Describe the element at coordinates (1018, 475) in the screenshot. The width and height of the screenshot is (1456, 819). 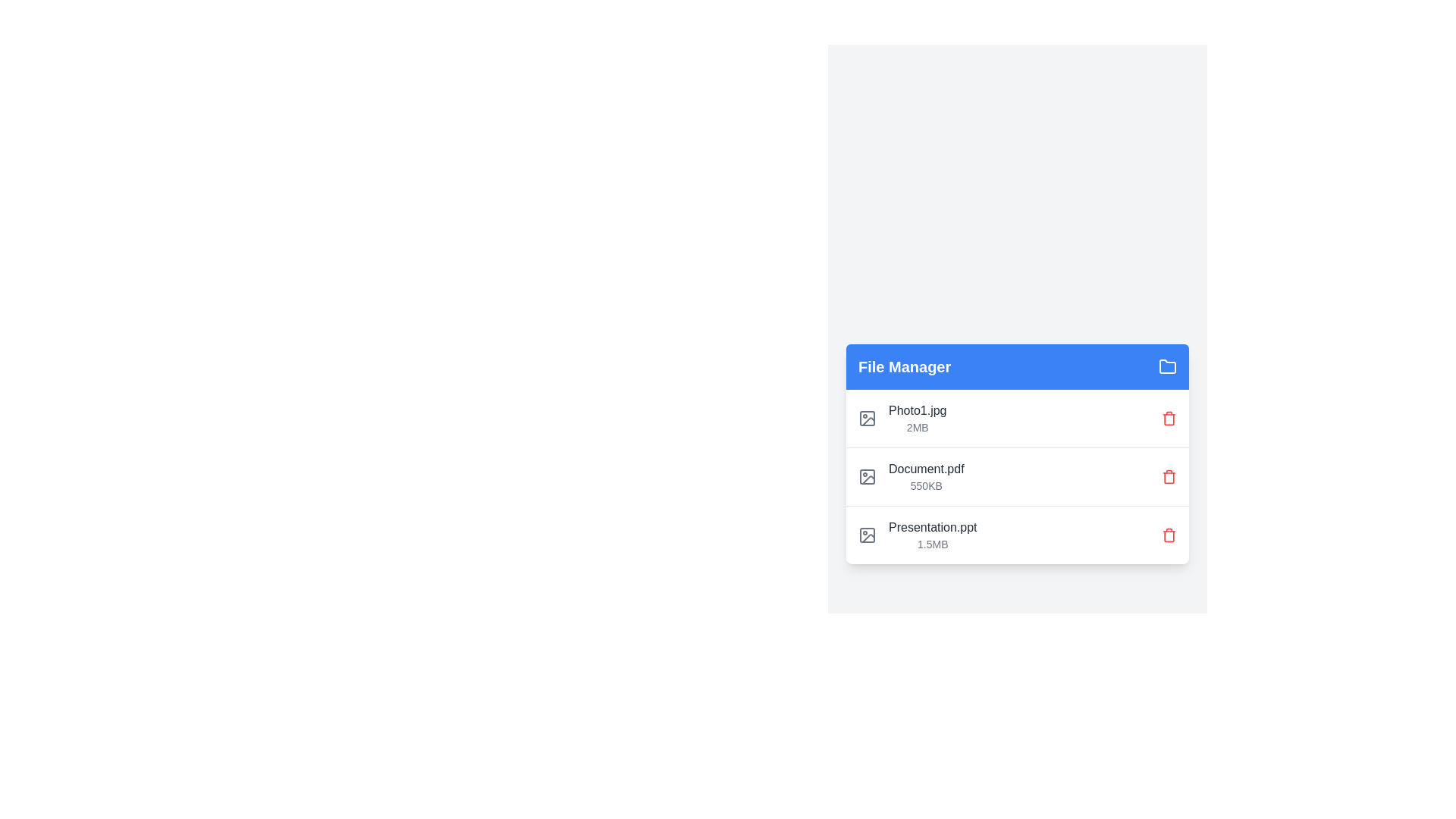
I see `the second list item in the 'File Manager' which represents a file entry` at that location.